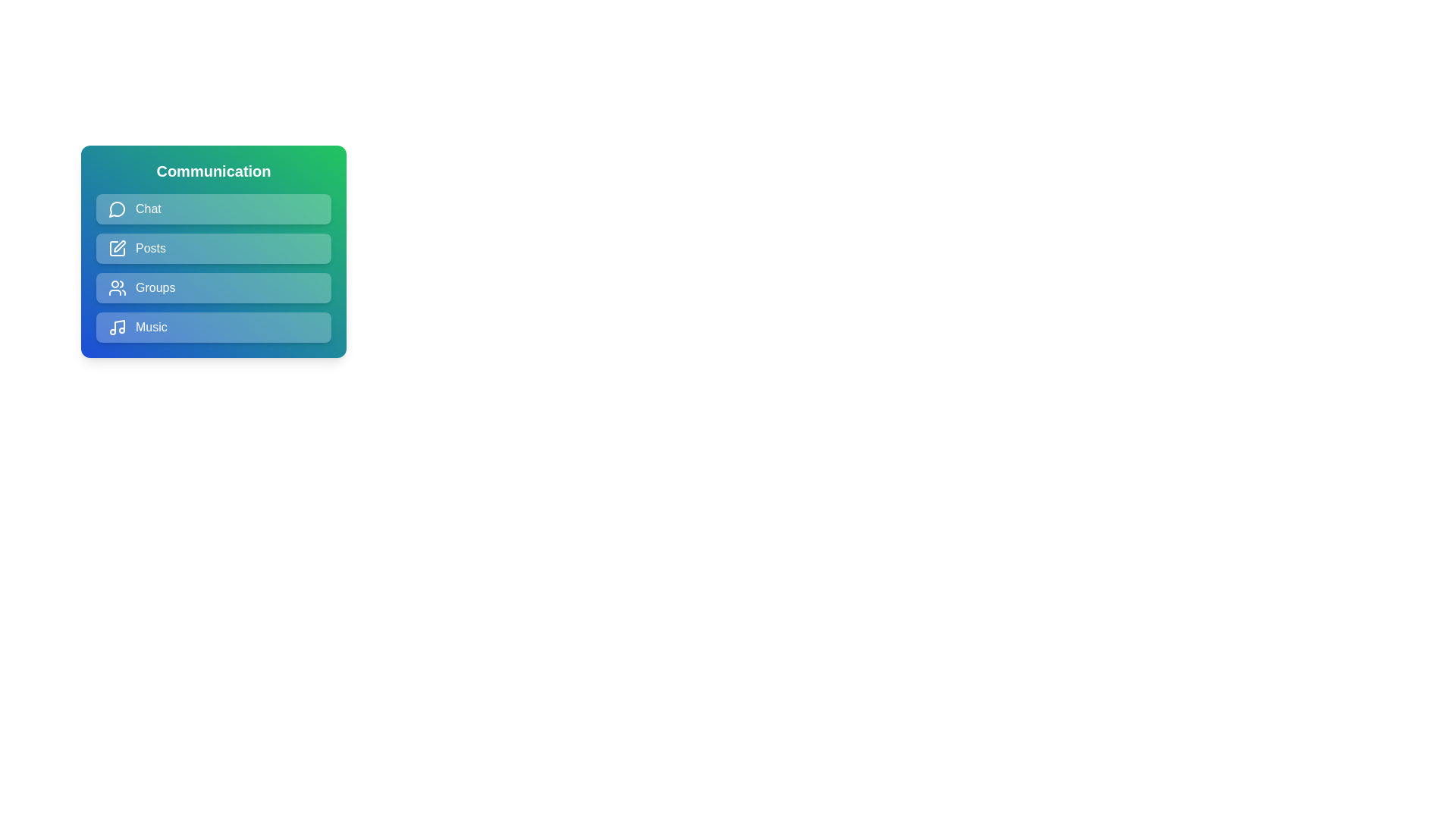  What do you see at coordinates (213, 247) in the screenshot?
I see `the menu item labeled Posts` at bounding box center [213, 247].